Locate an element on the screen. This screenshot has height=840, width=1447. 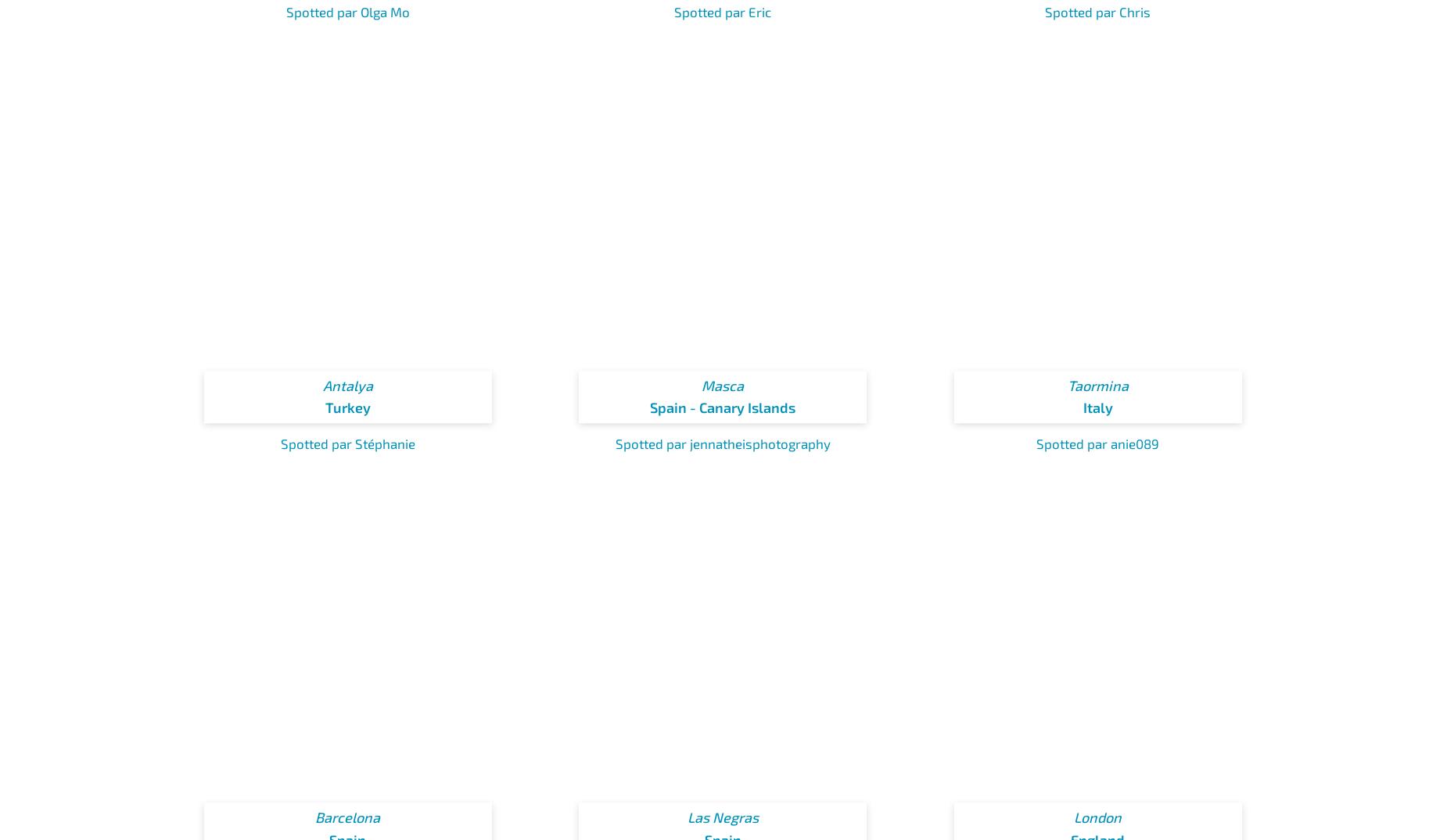
'Spotted par Chris' is located at coordinates (1044, 9).